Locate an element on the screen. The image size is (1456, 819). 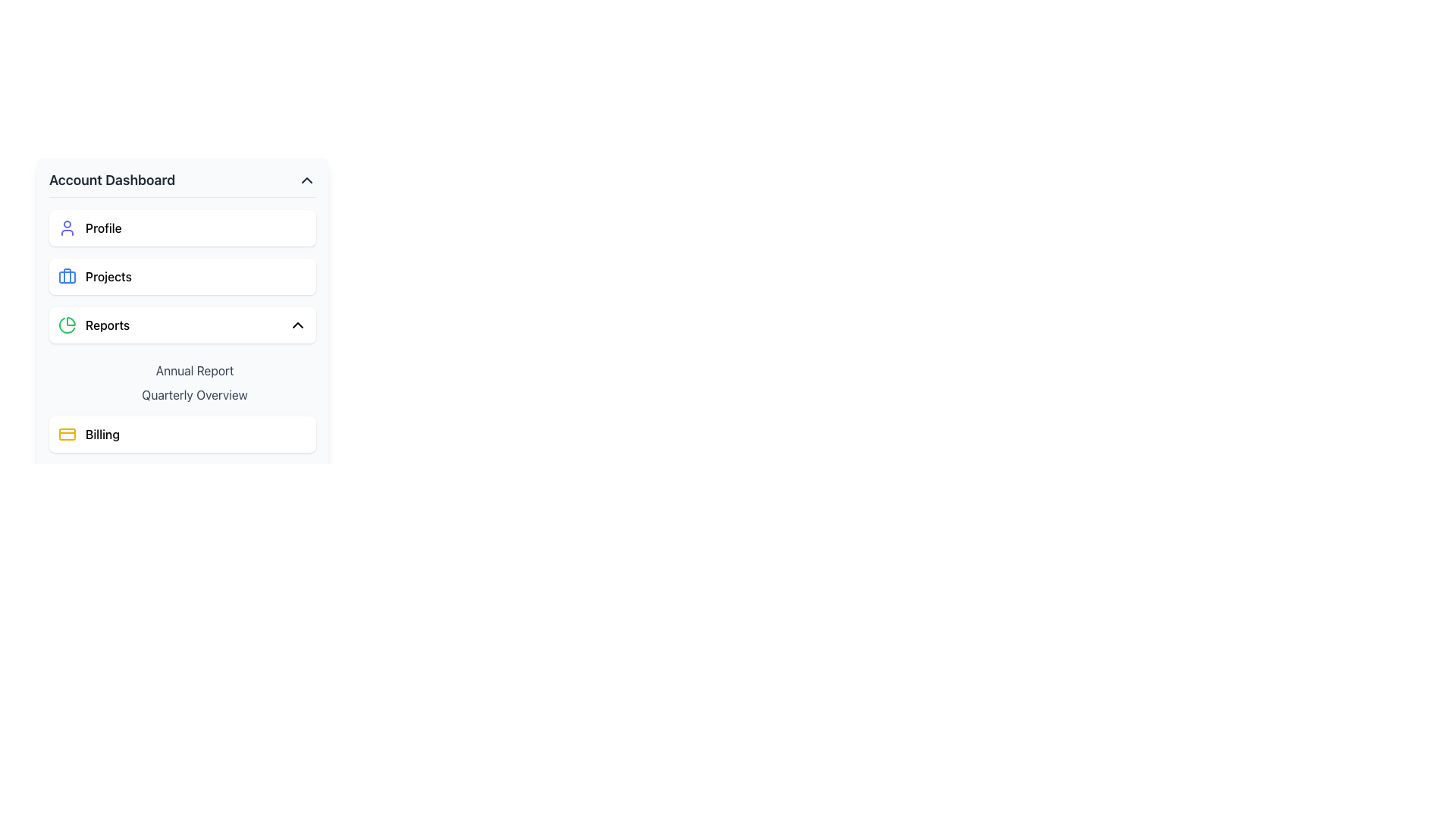
the profile menu icon located within the 'Profile' card at the top of the vertical menu under 'Account Dashboard' is located at coordinates (67, 227).